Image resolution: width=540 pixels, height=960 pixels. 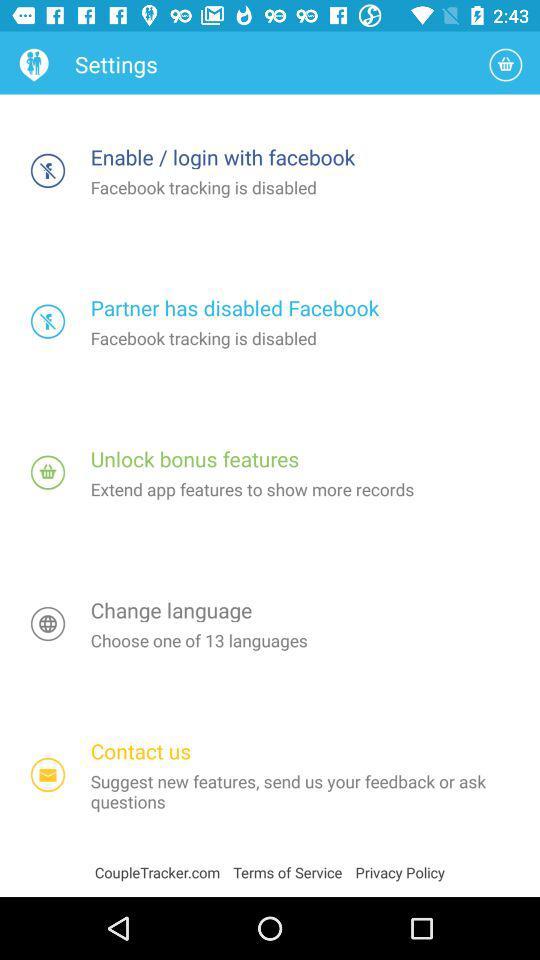 I want to click on enable facebook login, so click(x=48, y=169).